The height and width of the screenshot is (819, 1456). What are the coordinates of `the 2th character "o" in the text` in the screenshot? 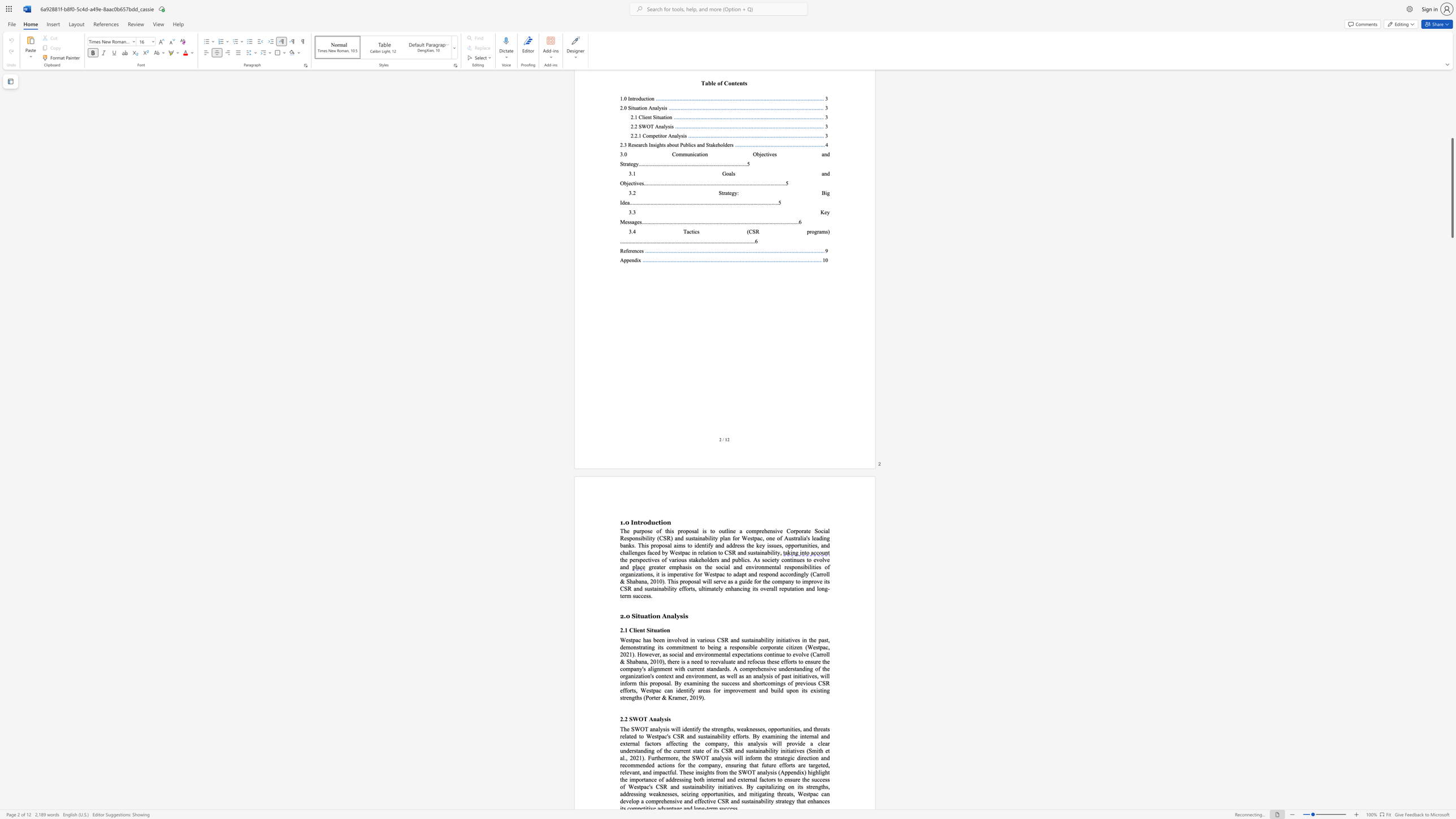 It's located at (799, 588).